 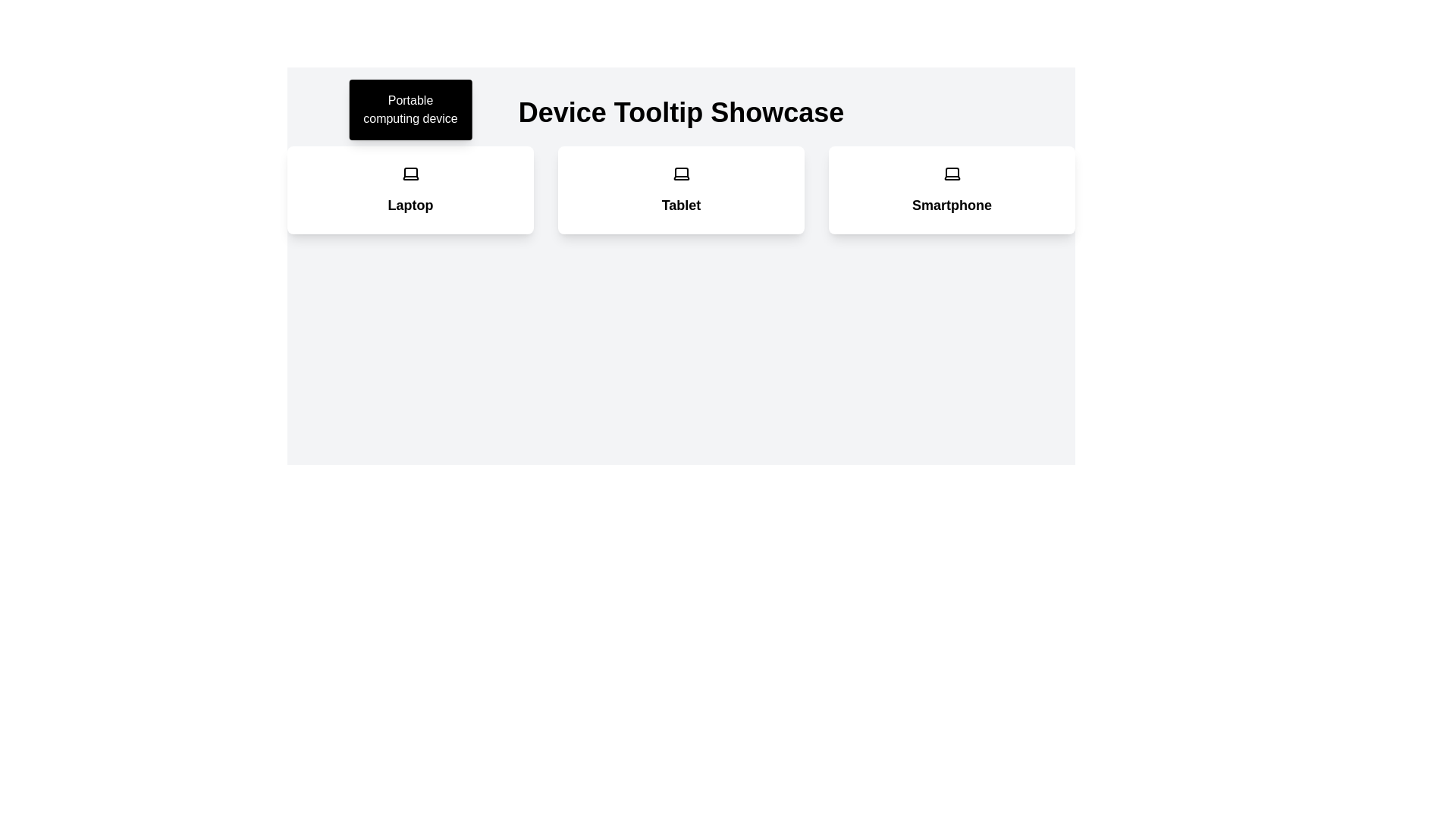 What do you see at coordinates (680, 172) in the screenshot?
I see `the central tablet icon in the three-button group, which visually represents a tablet device and is positioned above the 'Tablet' label` at bounding box center [680, 172].